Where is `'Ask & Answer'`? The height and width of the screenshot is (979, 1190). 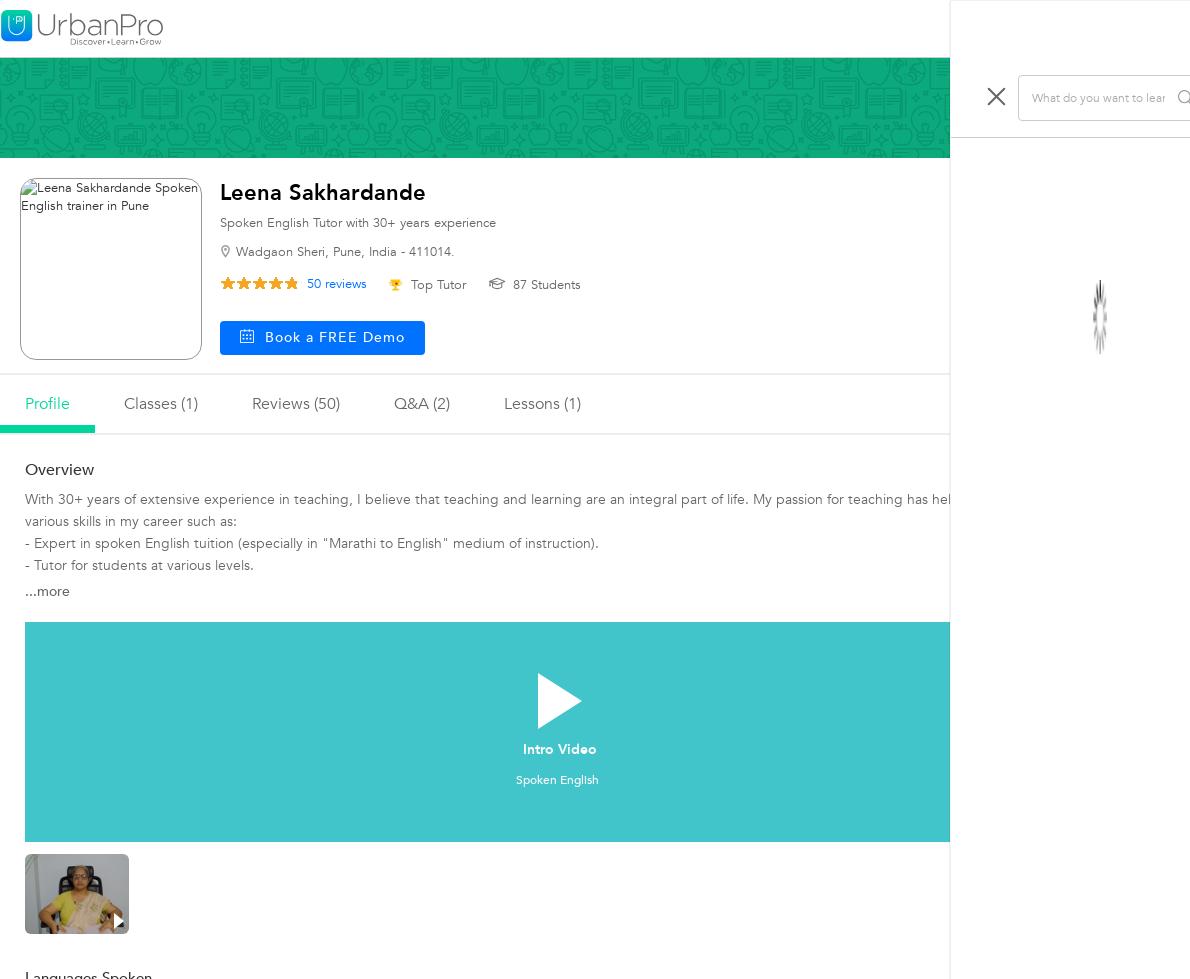 'Ask & Answer' is located at coordinates (973, 177).